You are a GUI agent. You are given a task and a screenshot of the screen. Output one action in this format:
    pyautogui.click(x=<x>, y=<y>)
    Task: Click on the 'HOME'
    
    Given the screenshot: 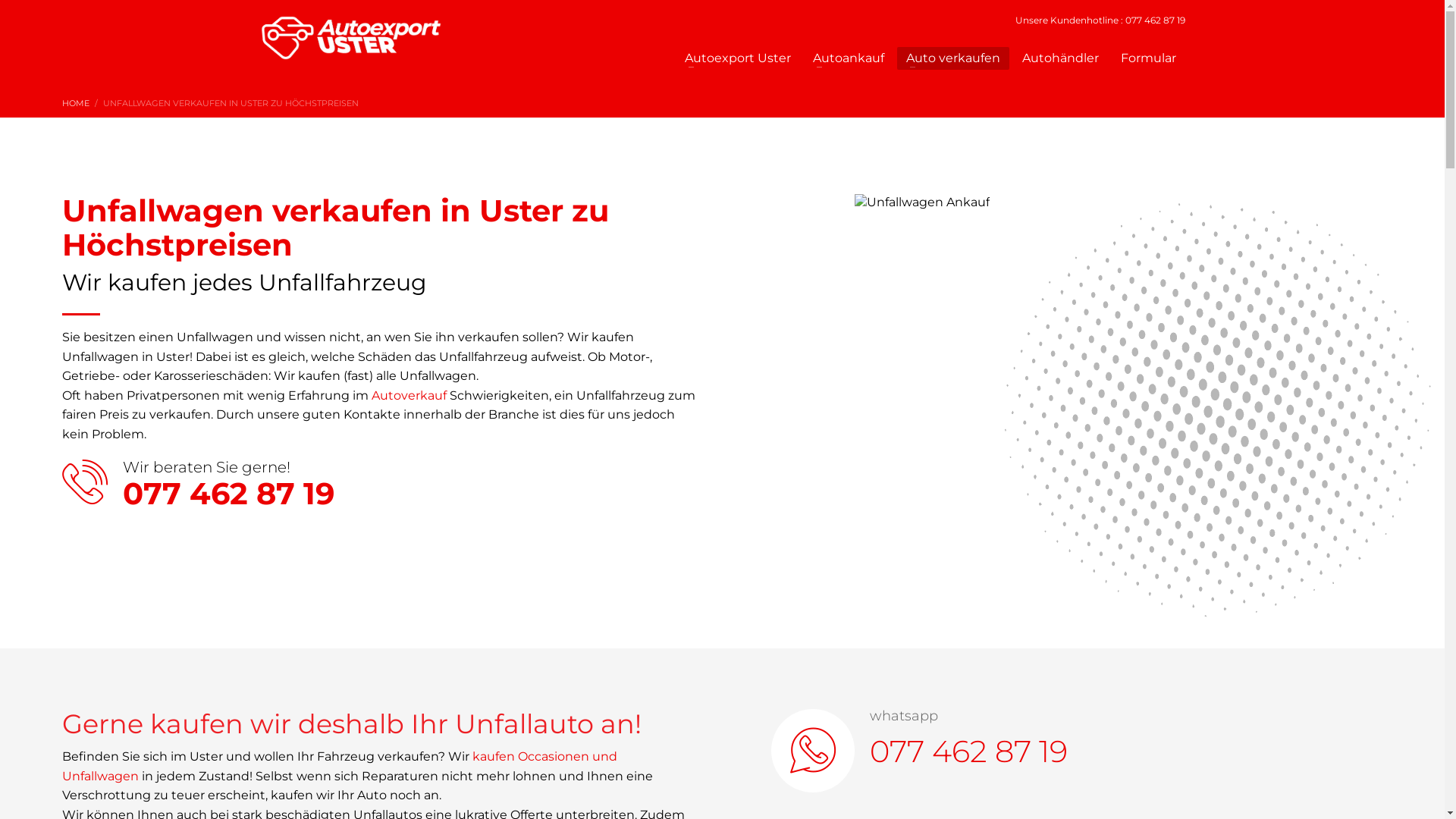 What is the action you would take?
    pyautogui.click(x=75, y=102)
    